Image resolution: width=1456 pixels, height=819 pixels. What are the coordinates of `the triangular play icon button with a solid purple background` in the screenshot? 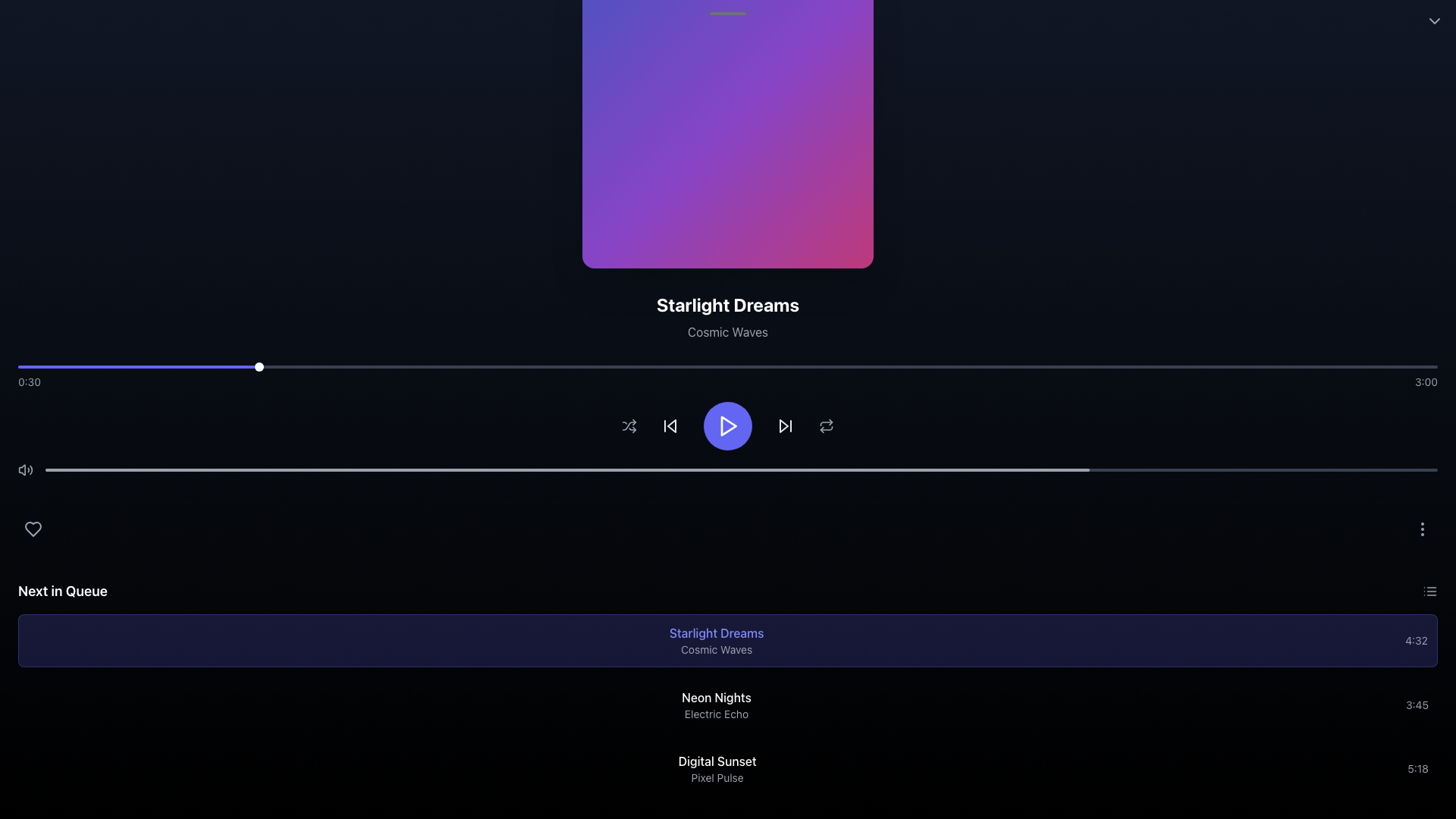 It's located at (729, 426).